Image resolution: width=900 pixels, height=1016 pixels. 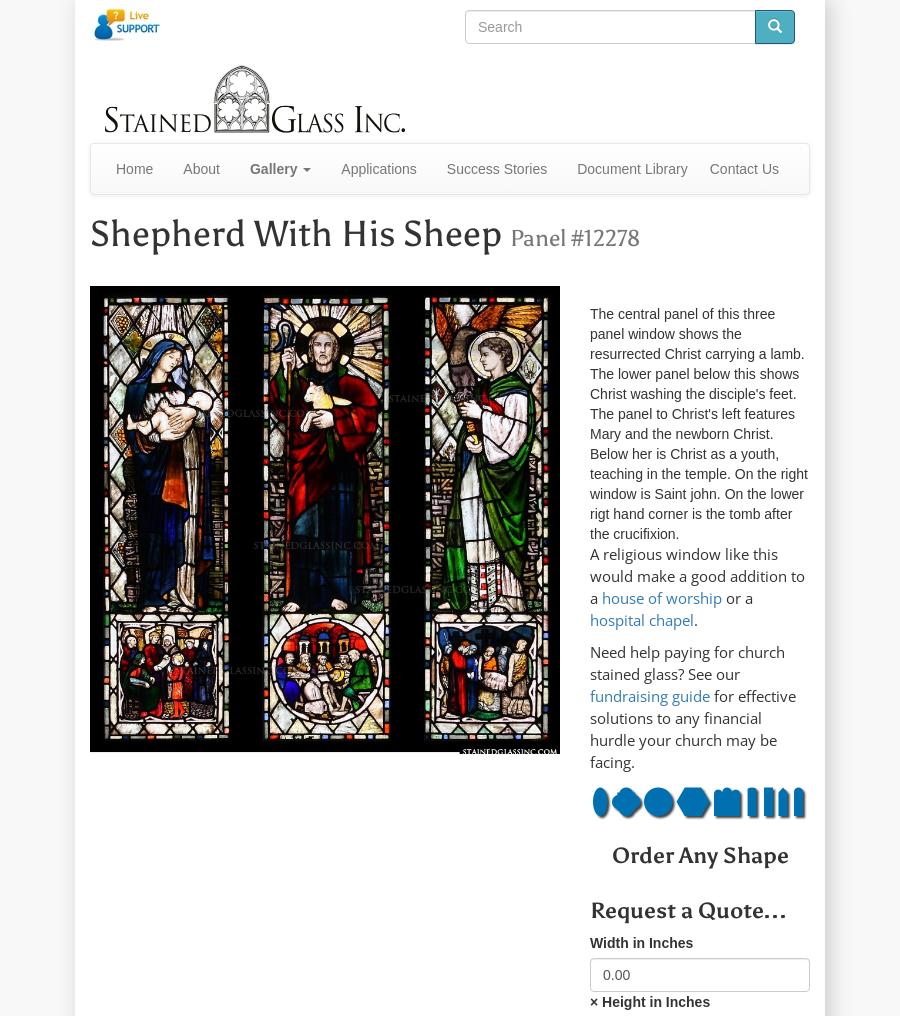 What do you see at coordinates (590, 1001) in the screenshot?
I see `'× Height in Inches'` at bounding box center [590, 1001].